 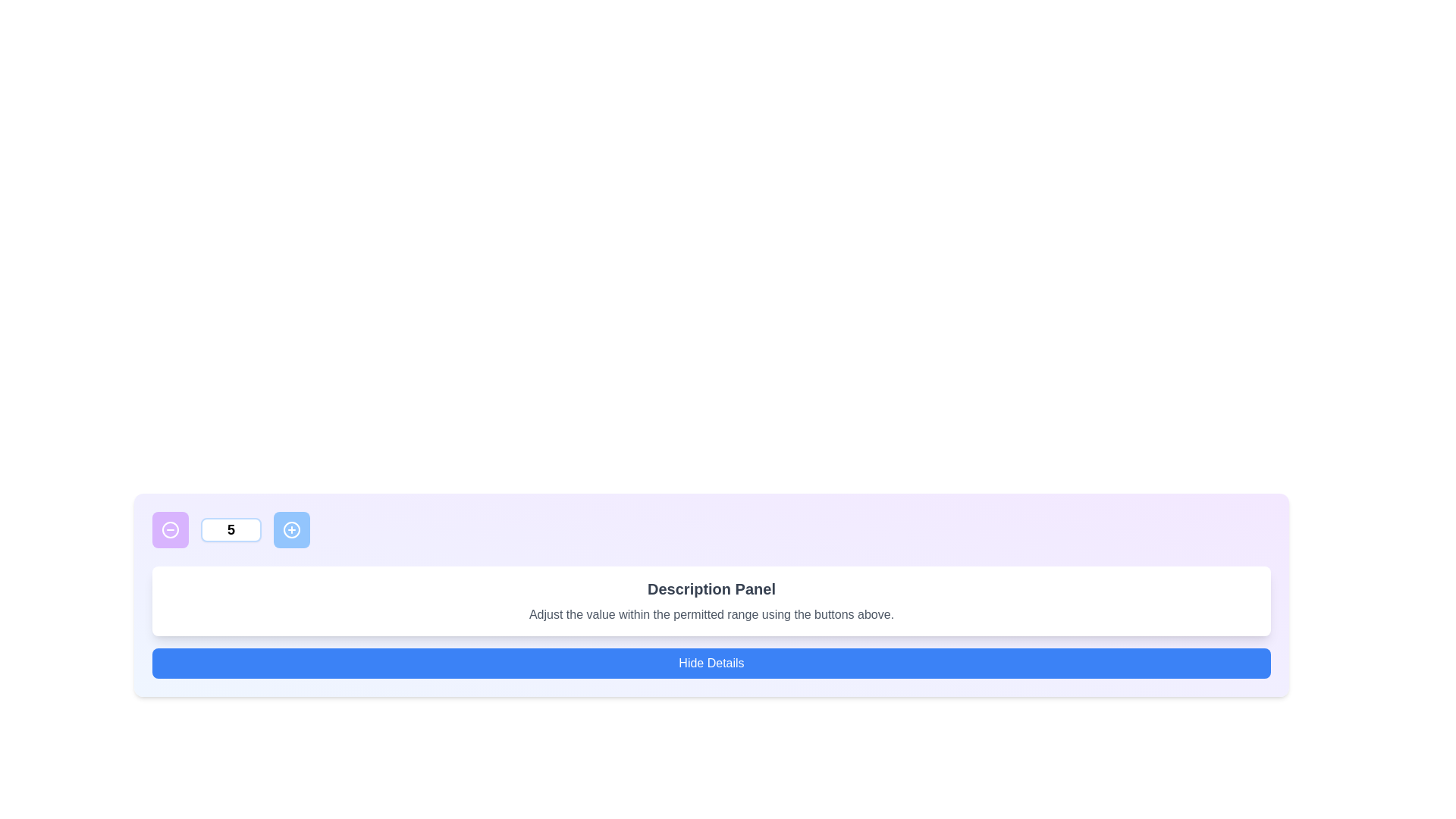 I want to click on the increment button, which is the third element in a horizontal row on a purple background, so click(x=291, y=529).